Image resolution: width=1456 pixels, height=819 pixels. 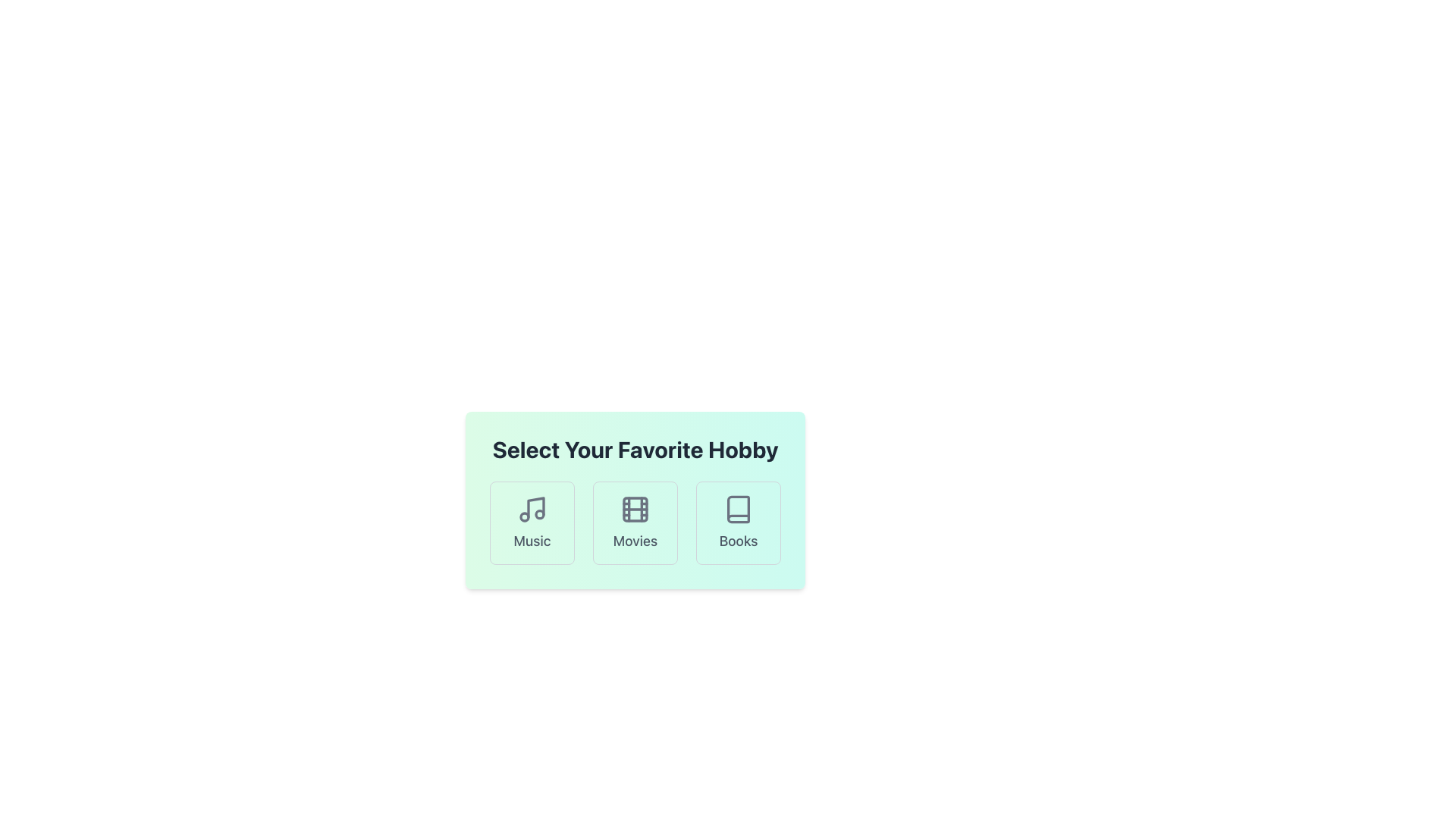 I want to click on the 'Books' text label, which is a medium-sized gray font indicating the selection option in the 'Select Your Favorite Hobby' section, so click(x=739, y=540).